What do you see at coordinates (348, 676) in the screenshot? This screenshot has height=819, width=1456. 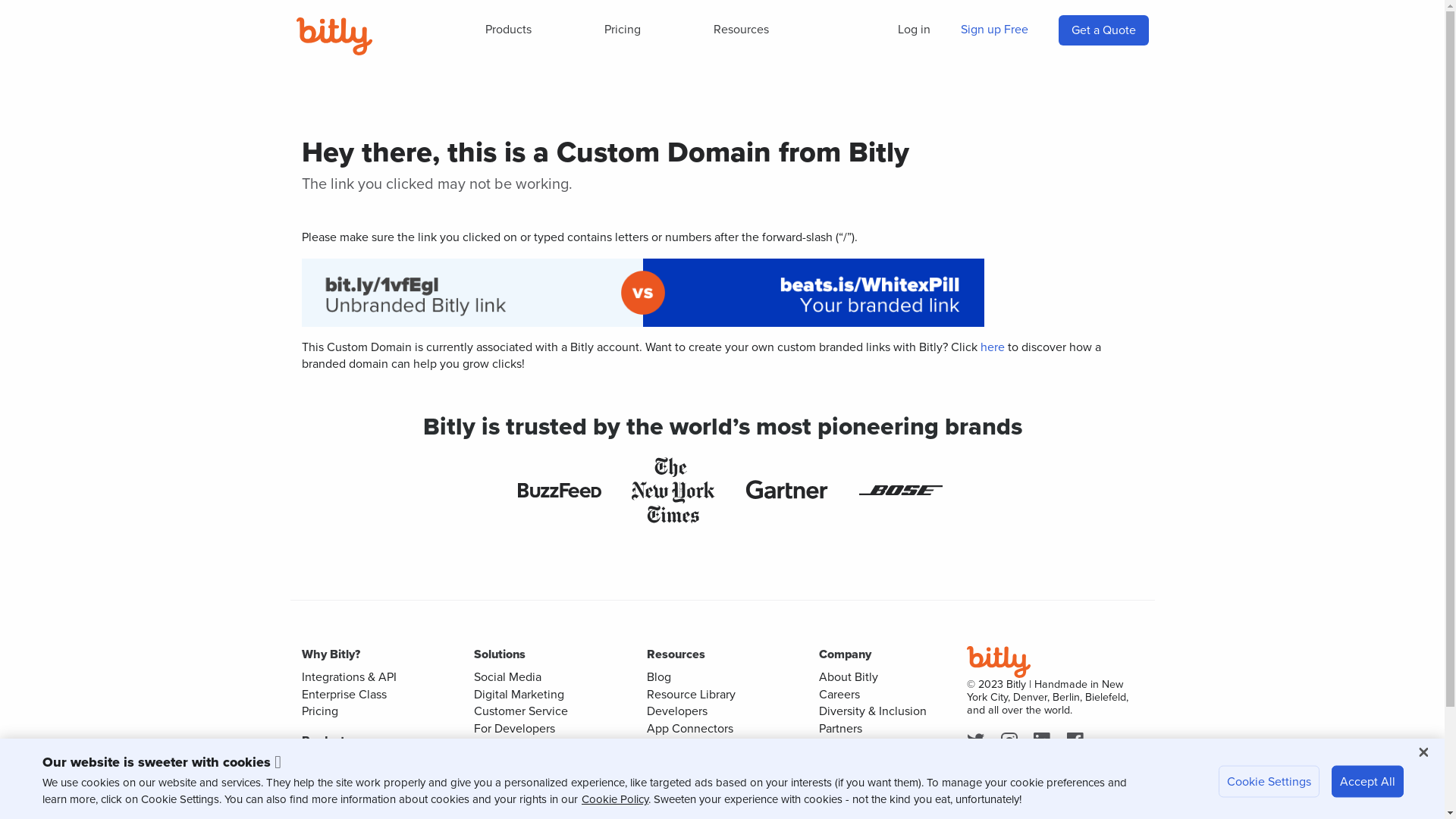 I see `'Integrations & API'` at bounding box center [348, 676].